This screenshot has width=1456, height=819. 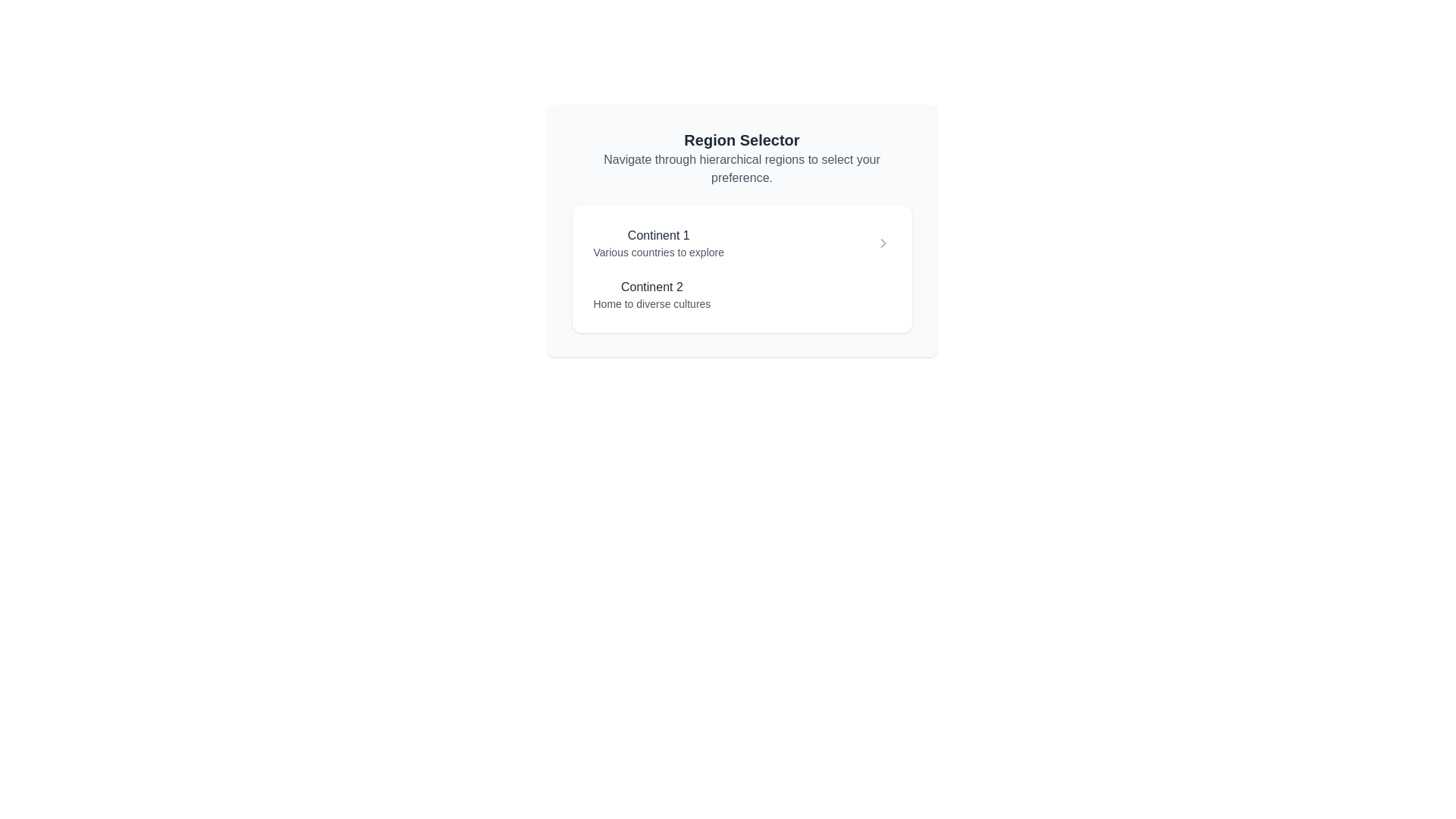 What do you see at coordinates (658, 236) in the screenshot?
I see `the Static Text Label that serves as a title for a selectable region, positioned at the center of a white card-like section` at bounding box center [658, 236].